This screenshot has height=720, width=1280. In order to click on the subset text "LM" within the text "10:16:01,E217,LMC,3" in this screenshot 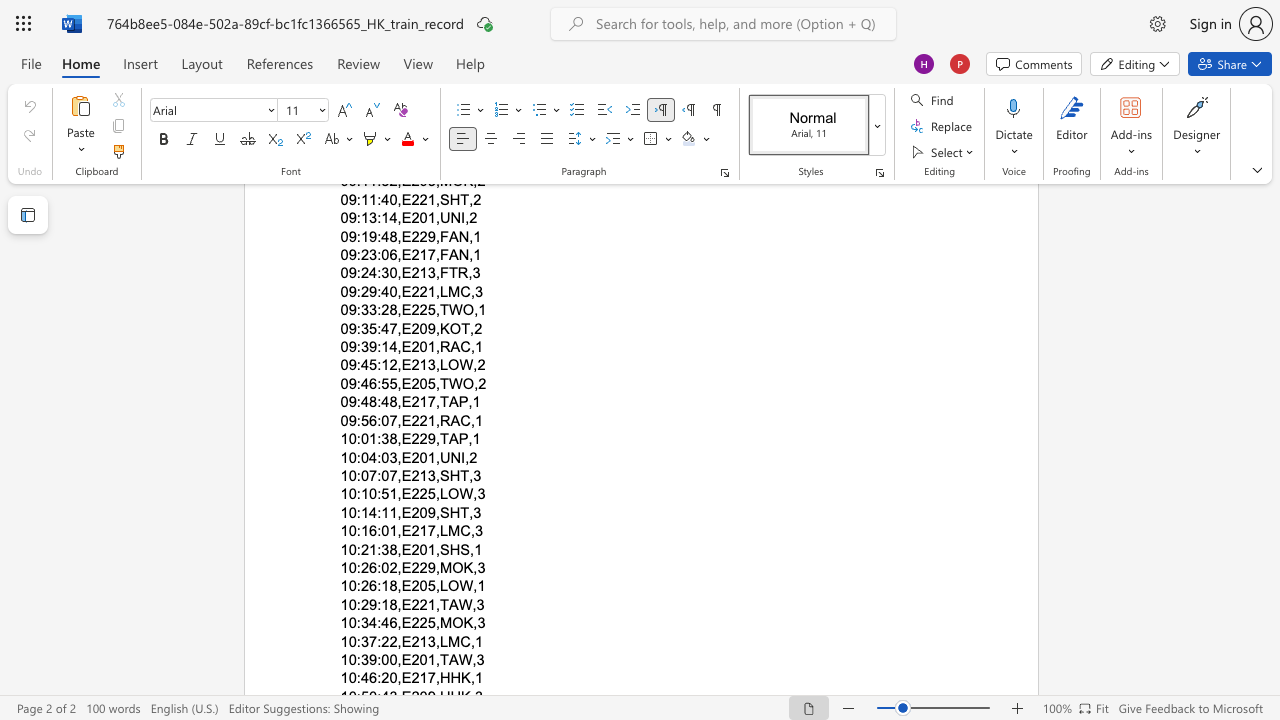, I will do `click(438, 530)`.